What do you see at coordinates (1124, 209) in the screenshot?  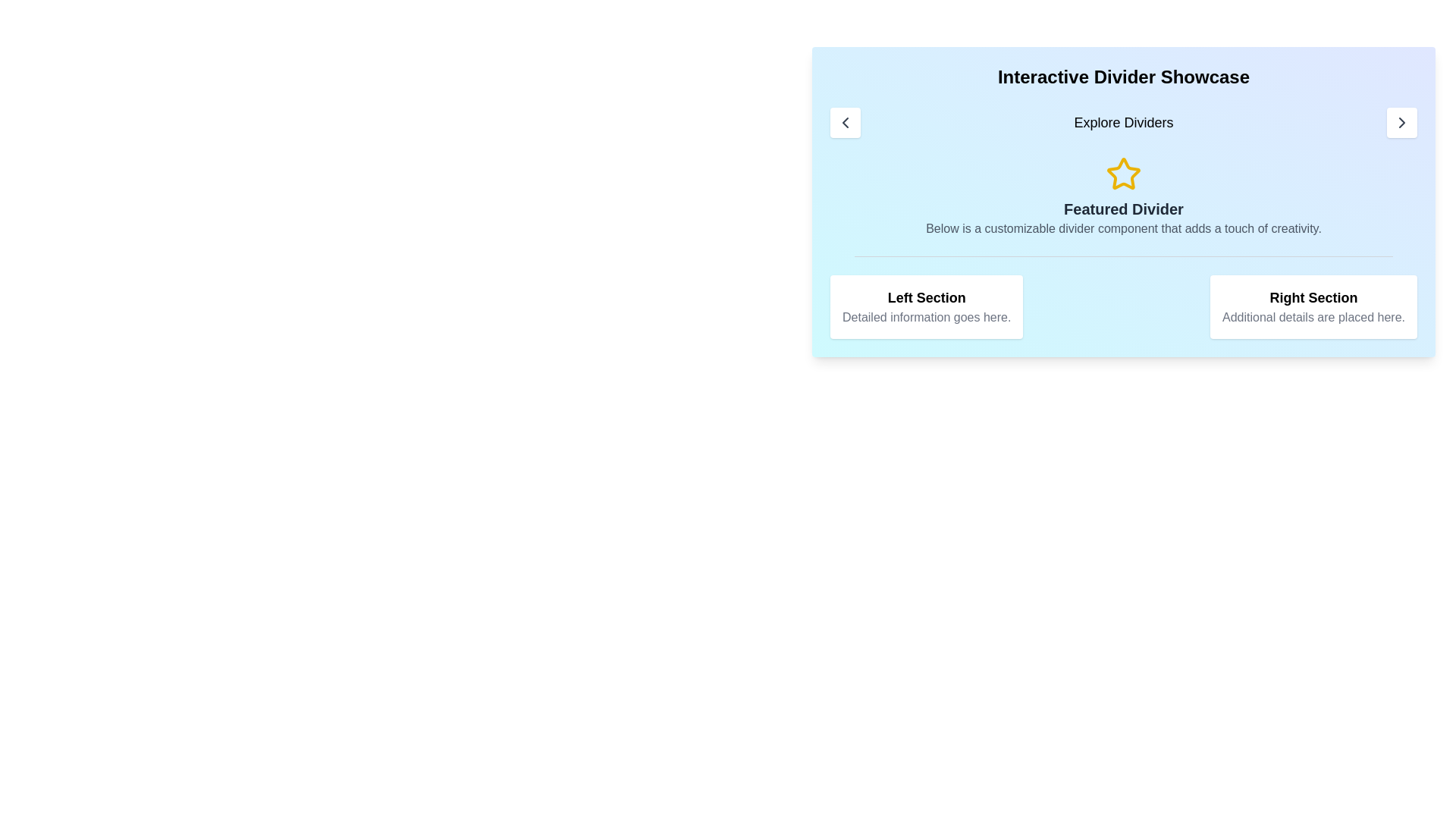 I see `the prominent heading Text Label located beneath a yellow star icon and above a smaller text describing a divider component` at bounding box center [1124, 209].